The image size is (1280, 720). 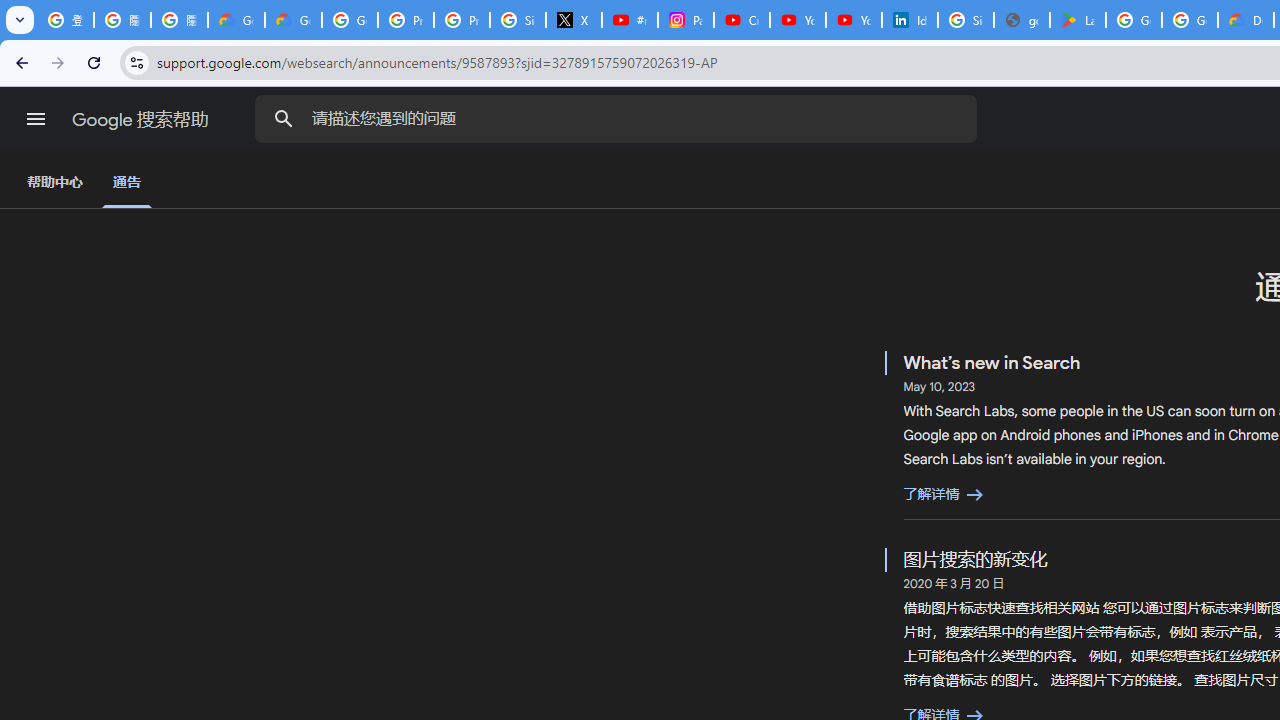 I want to click on 'Privacy Help Center - Policies Help', so click(x=461, y=20).